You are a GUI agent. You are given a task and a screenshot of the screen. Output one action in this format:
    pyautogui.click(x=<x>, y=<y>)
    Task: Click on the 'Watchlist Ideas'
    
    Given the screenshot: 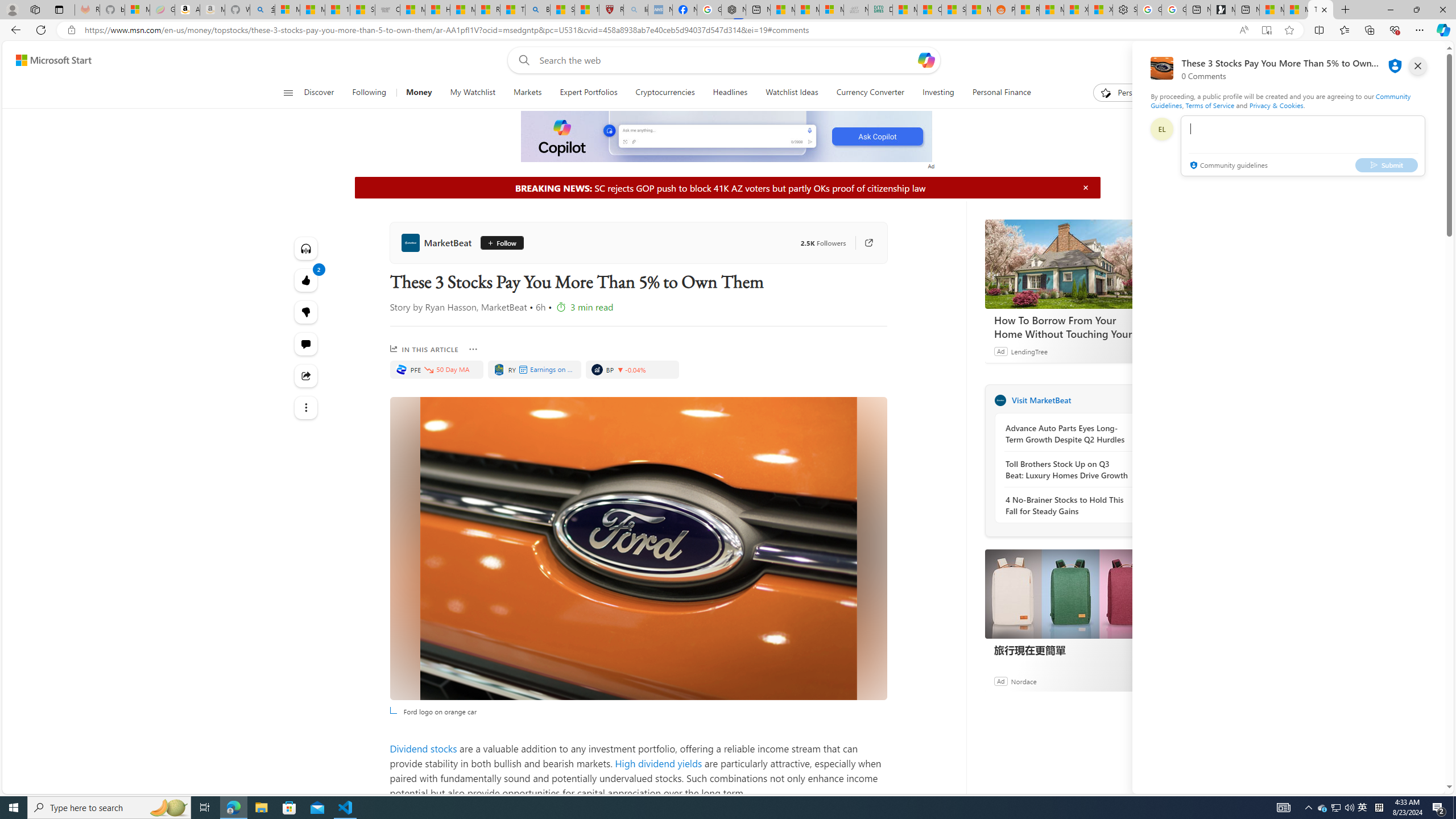 What is the action you would take?
    pyautogui.click(x=791, y=92)
    